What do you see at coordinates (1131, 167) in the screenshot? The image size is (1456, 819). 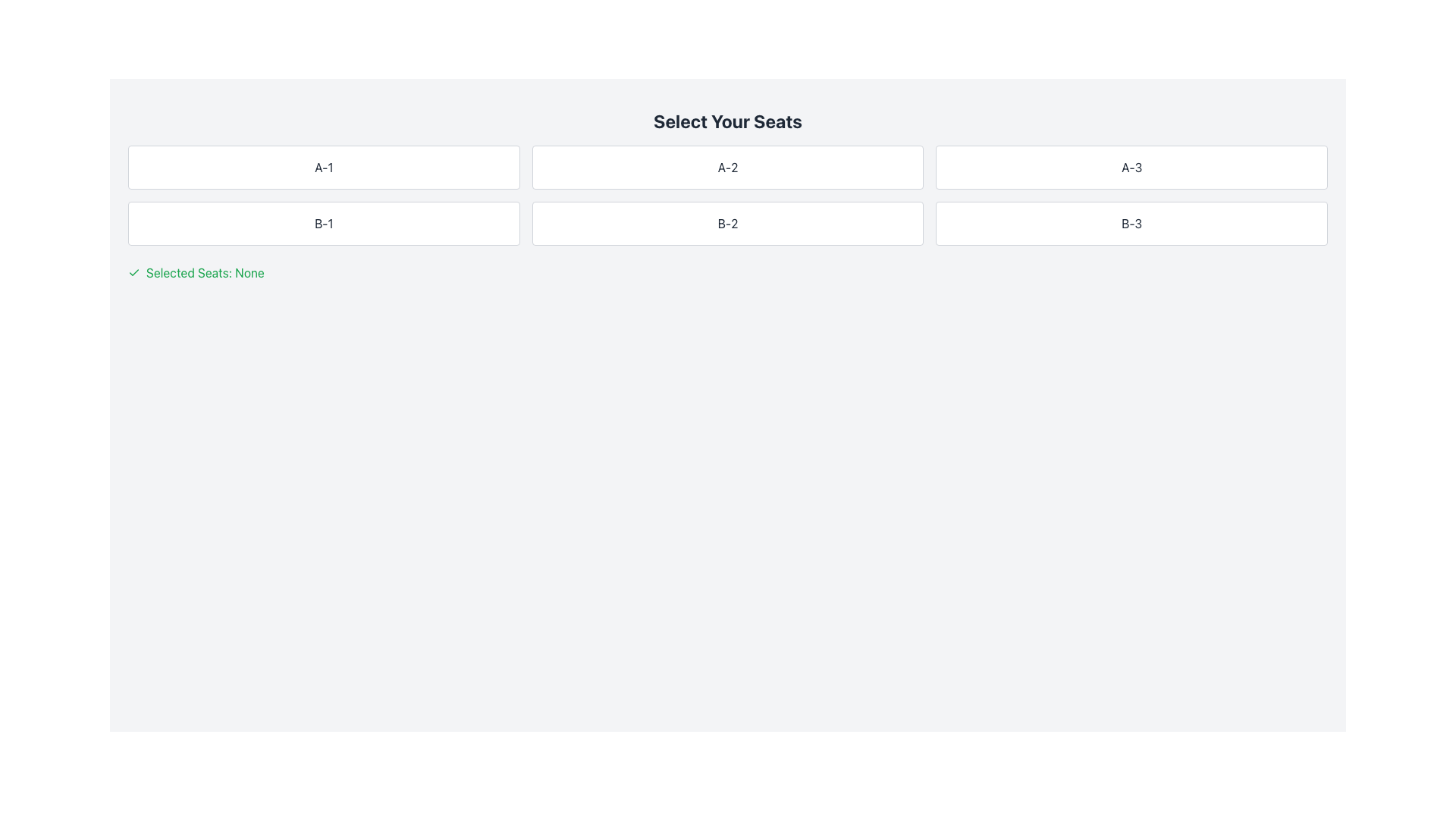 I see `the button labeled 'A-3', which is a rectangular box with a white background and rounded borders, to confirm selection` at bounding box center [1131, 167].